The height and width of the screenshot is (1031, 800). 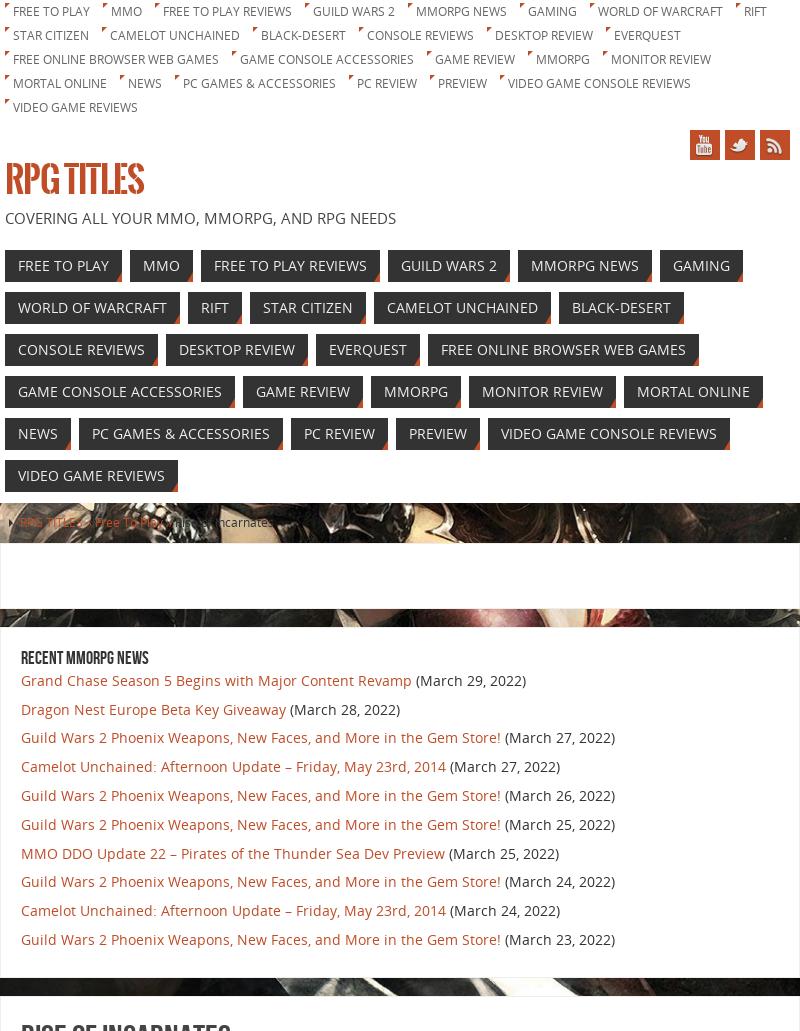 What do you see at coordinates (660, 59) in the screenshot?
I see `'Monitor Review'` at bounding box center [660, 59].